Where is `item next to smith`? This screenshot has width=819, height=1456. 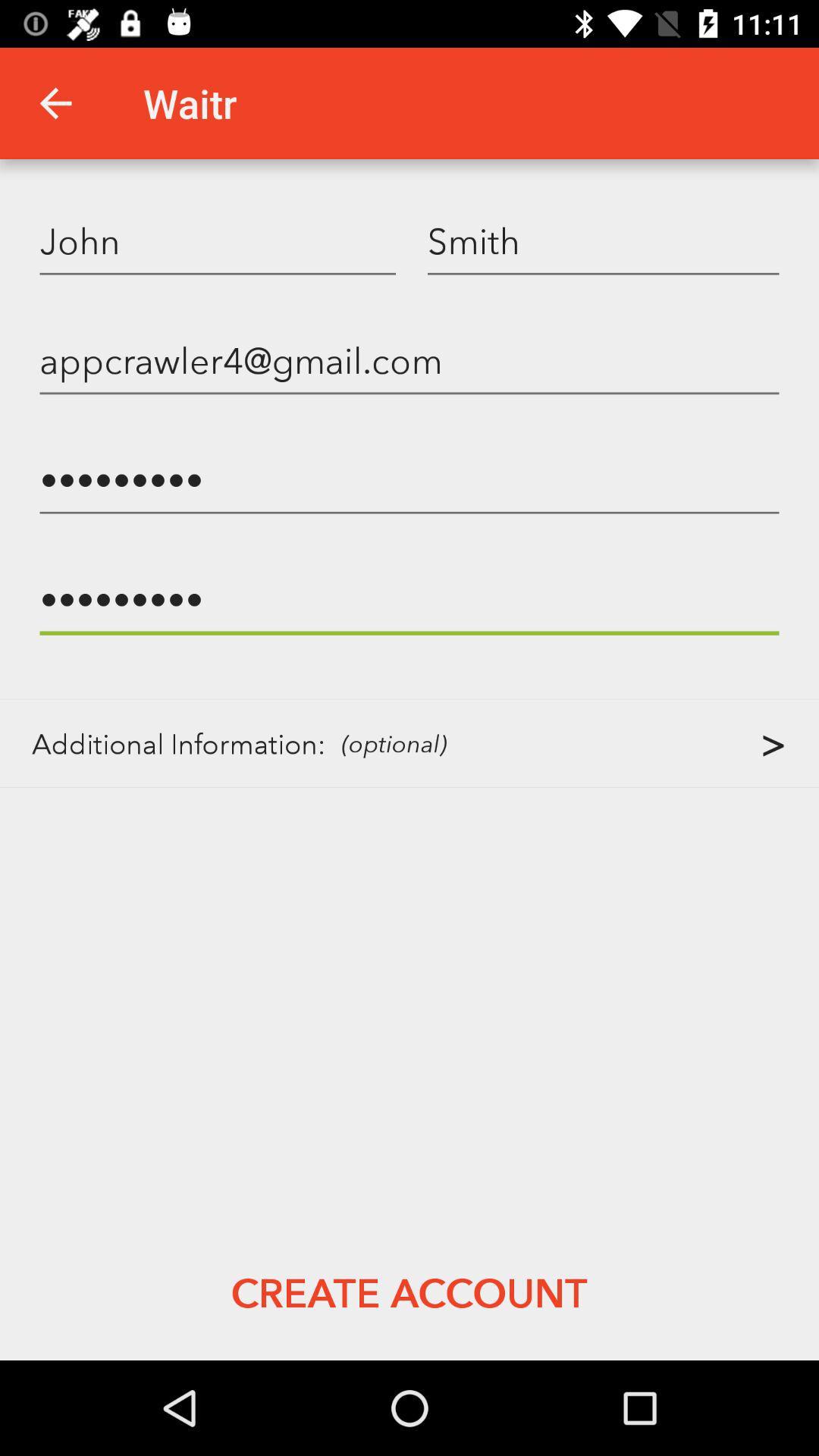 item next to smith is located at coordinates (218, 240).